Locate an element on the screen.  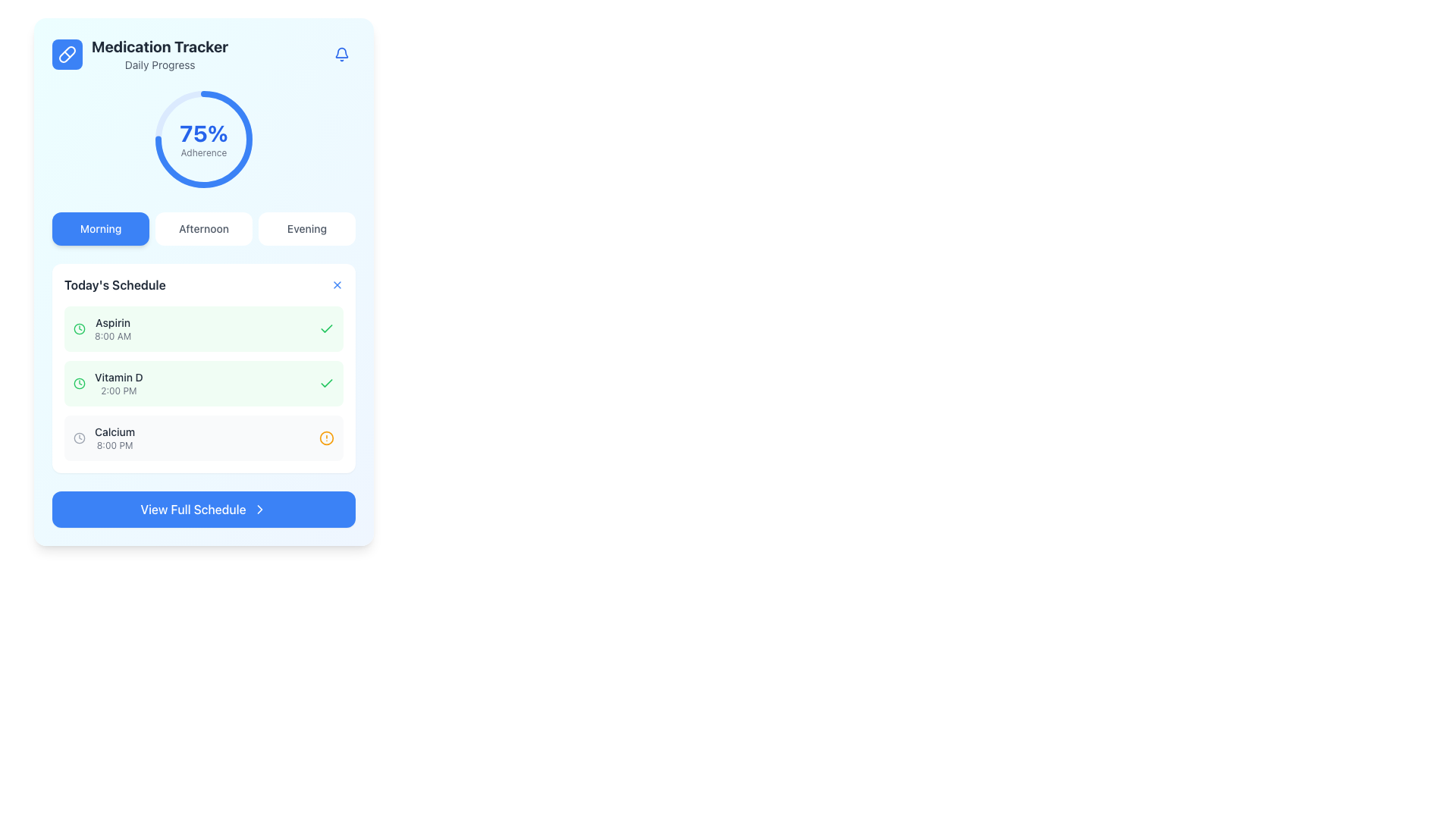
the second listed medication entry in 'Today's Schedule', which is a static text label displaying the name and time of administration, located between 'Aspirin' above and 'Calcium' below is located at coordinates (118, 382).